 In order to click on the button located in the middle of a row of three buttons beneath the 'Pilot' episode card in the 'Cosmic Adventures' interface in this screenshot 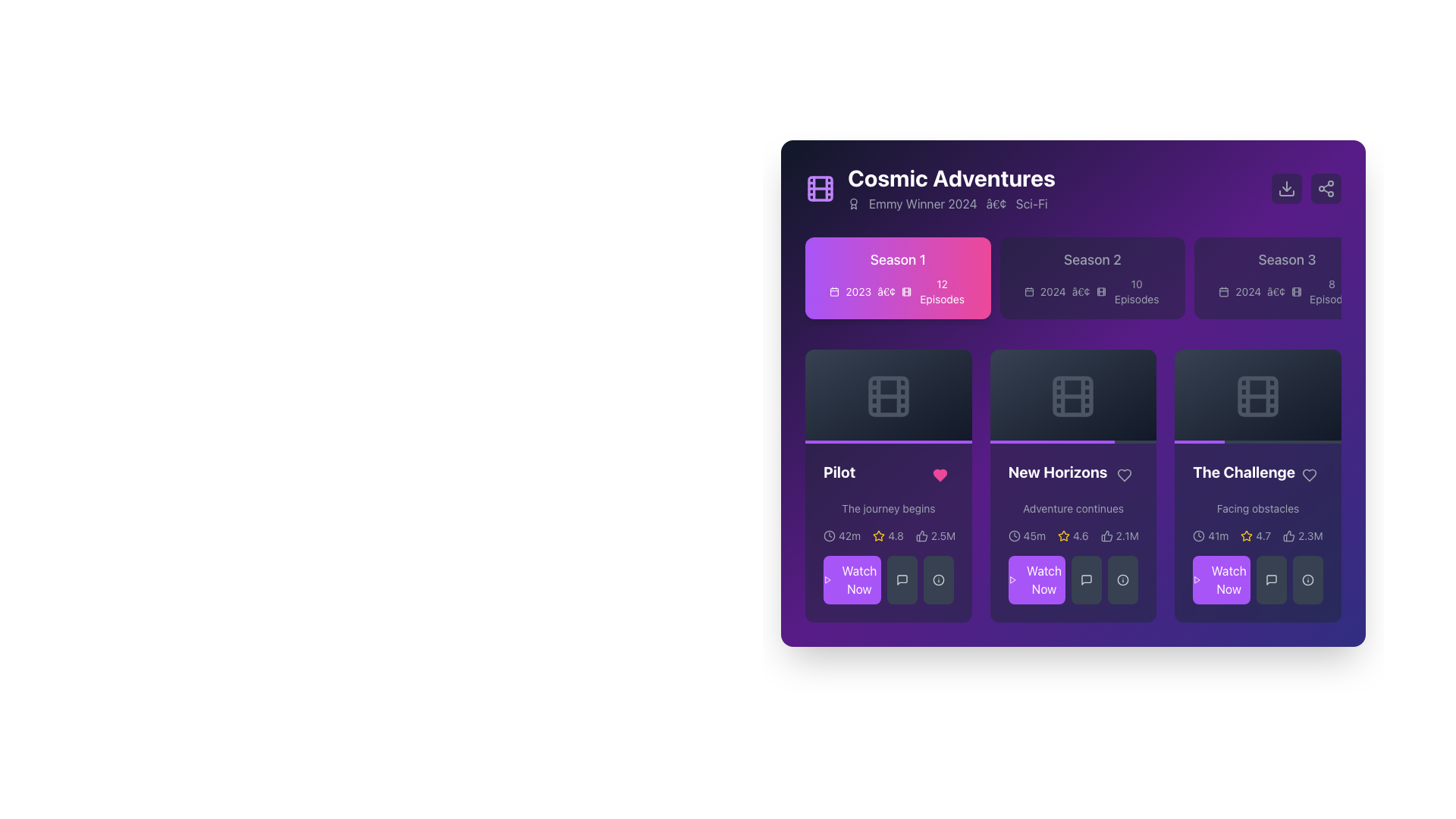, I will do `click(902, 579)`.